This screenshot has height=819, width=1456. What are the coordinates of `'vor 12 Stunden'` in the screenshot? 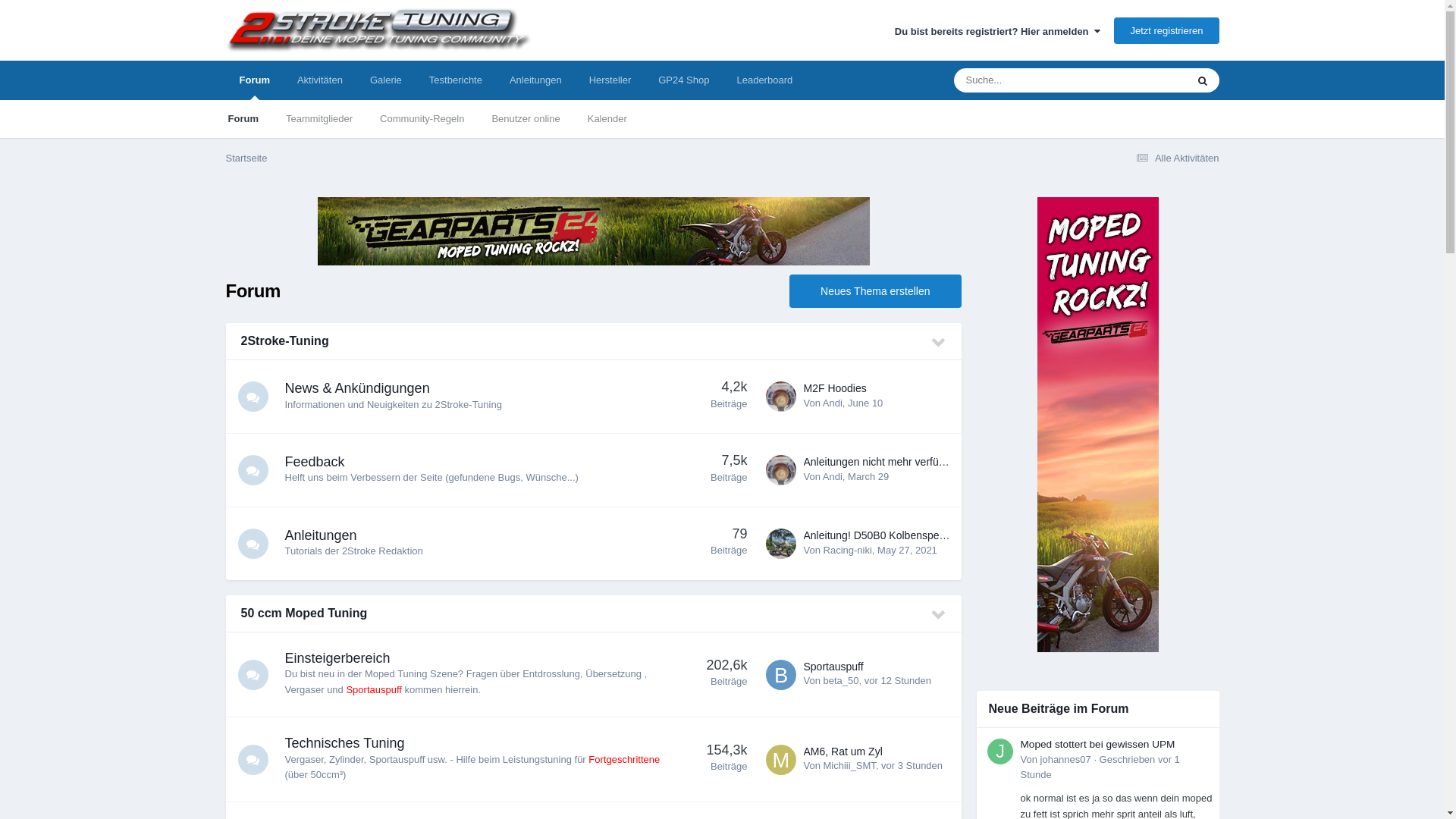 It's located at (898, 679).